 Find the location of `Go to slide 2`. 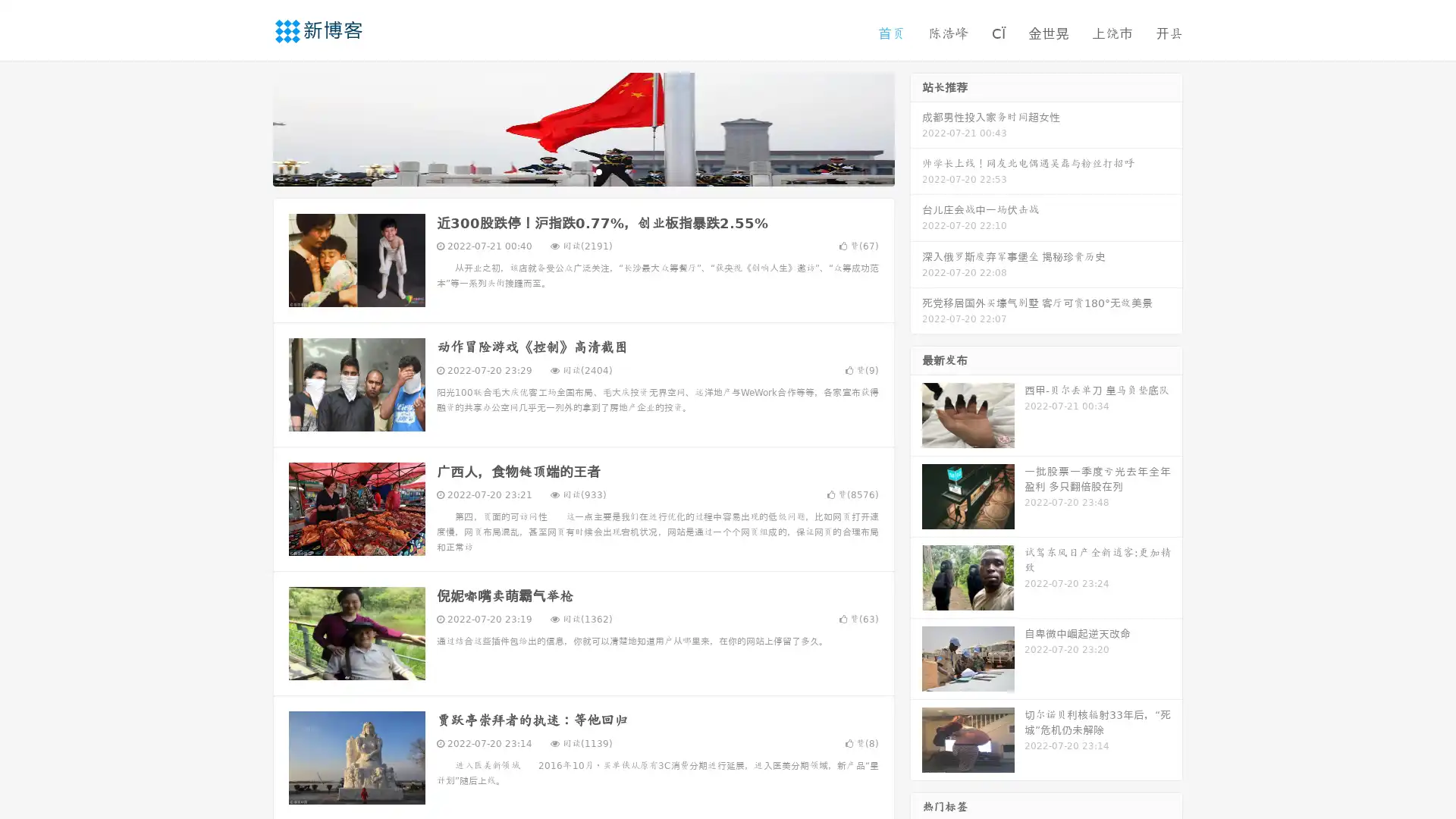

Go to slide 2 is located at coordinates (582, 171).